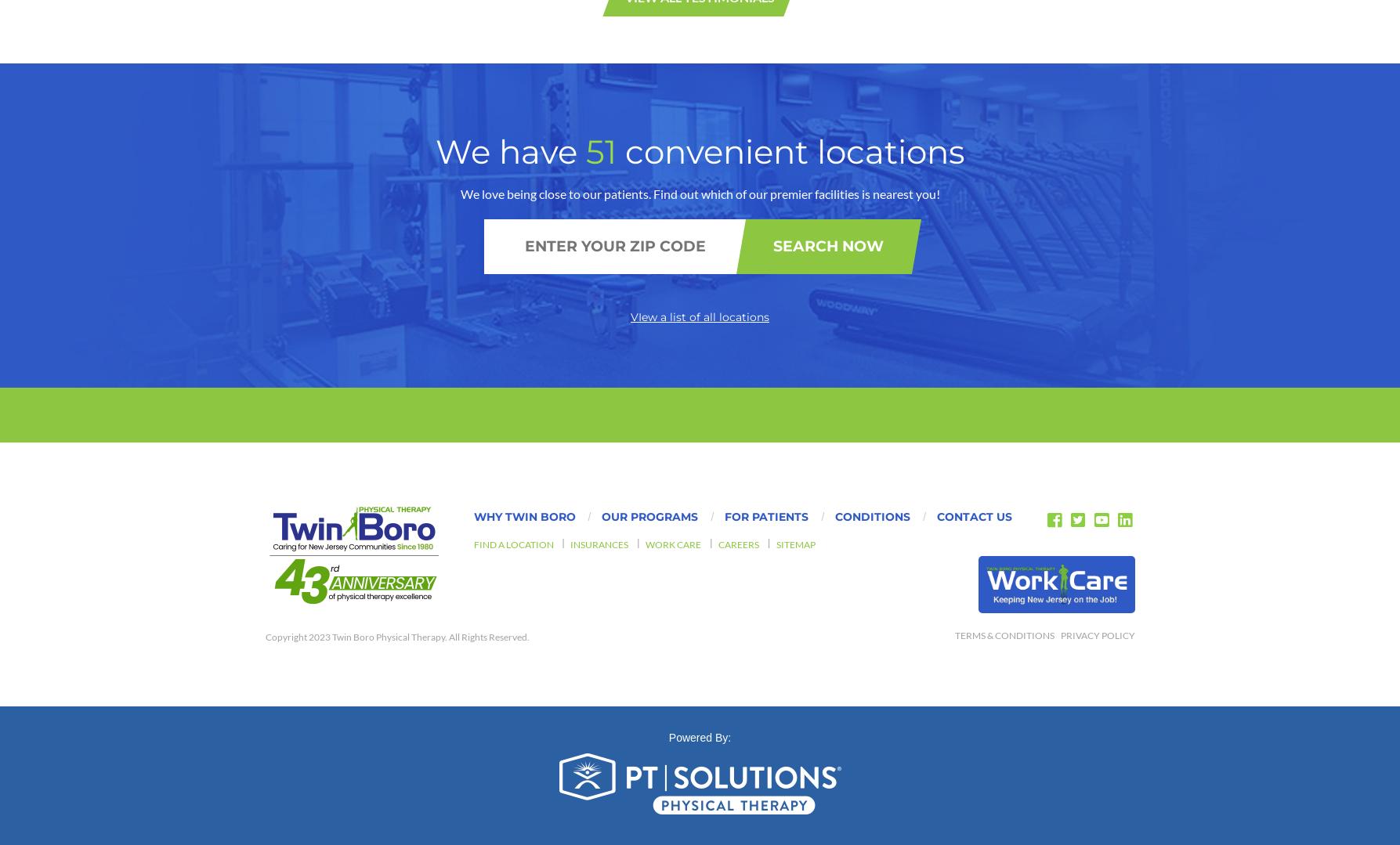 The height and width of the screenshot is (845, 1400). I want to click on 'For Patients', so click(765, 140).